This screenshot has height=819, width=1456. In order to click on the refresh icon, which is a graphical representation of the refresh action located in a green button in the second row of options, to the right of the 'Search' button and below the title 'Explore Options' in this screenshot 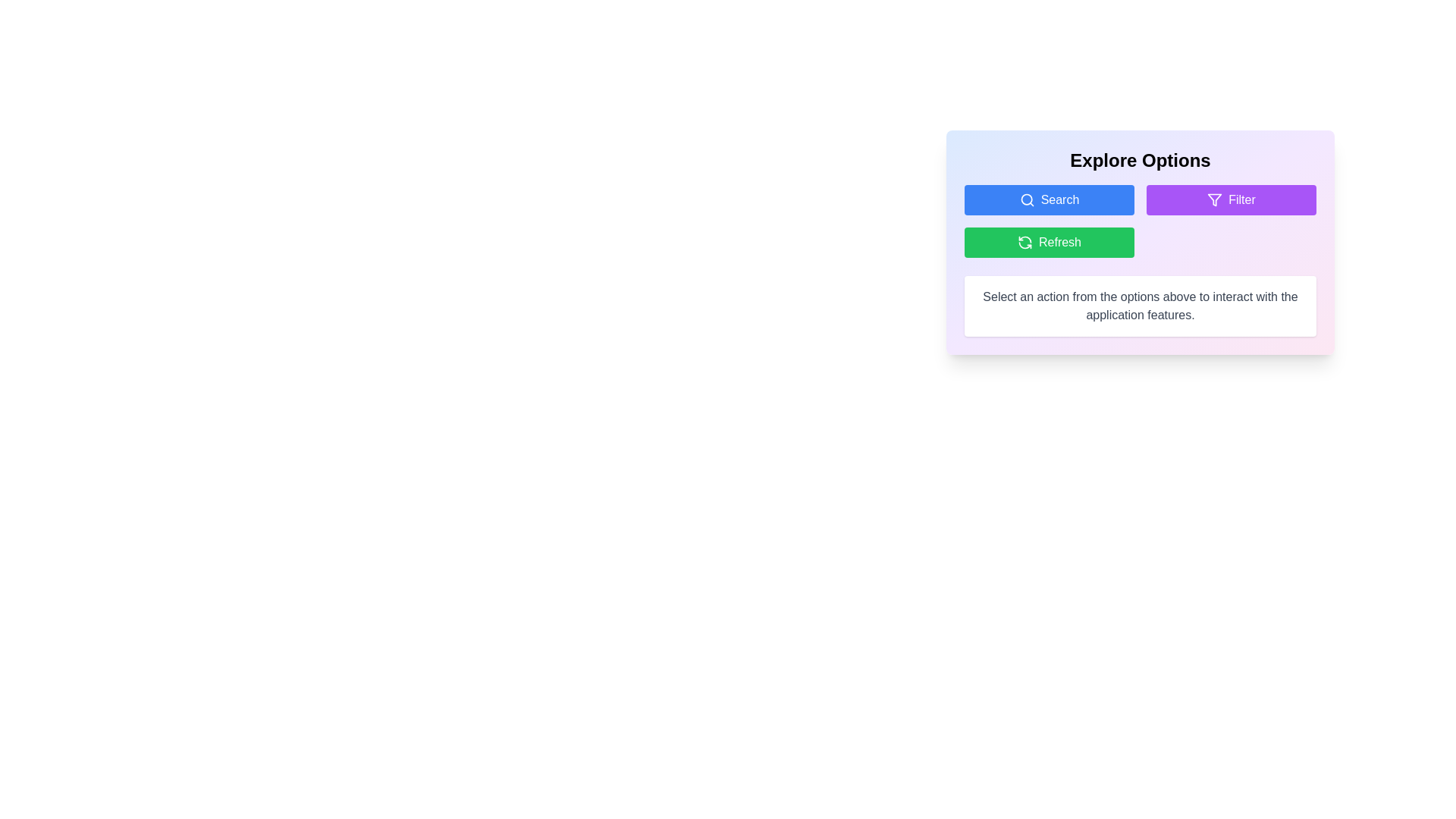, I will do `click(1025, 242)`.